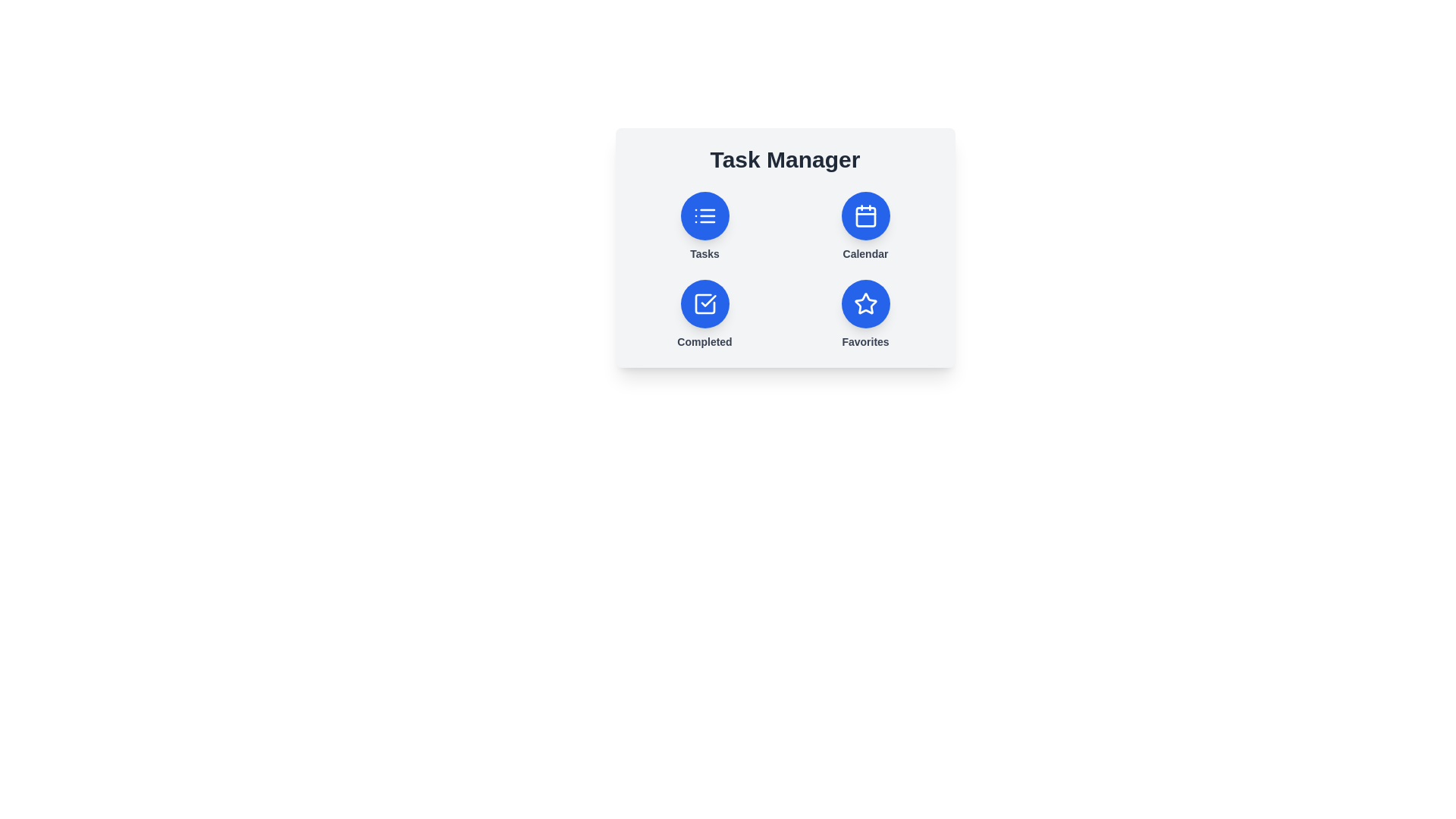 This screenshot has width=1456, height=819. What do you see at coordinates (704, 227) in the screenshot?
I see `the 'Tasks' navigation item located in the top left of the grid layout` at bounding box center [704, 227].